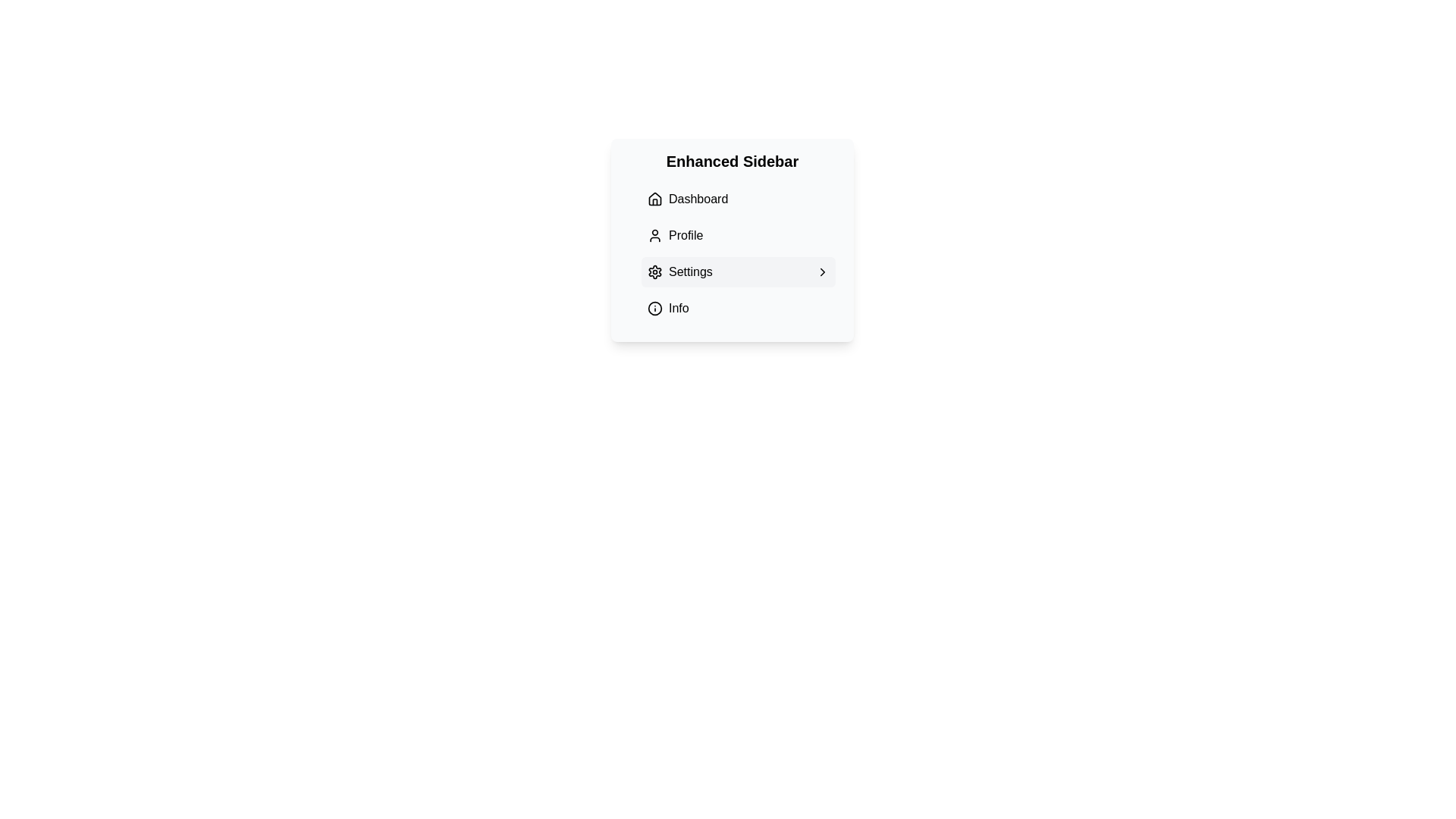  What do you see at coordinates (655, 271) in the screenshot?
I see `the gear-shaped icon in the 'Settings' menu` at bounding box center [655, 271].